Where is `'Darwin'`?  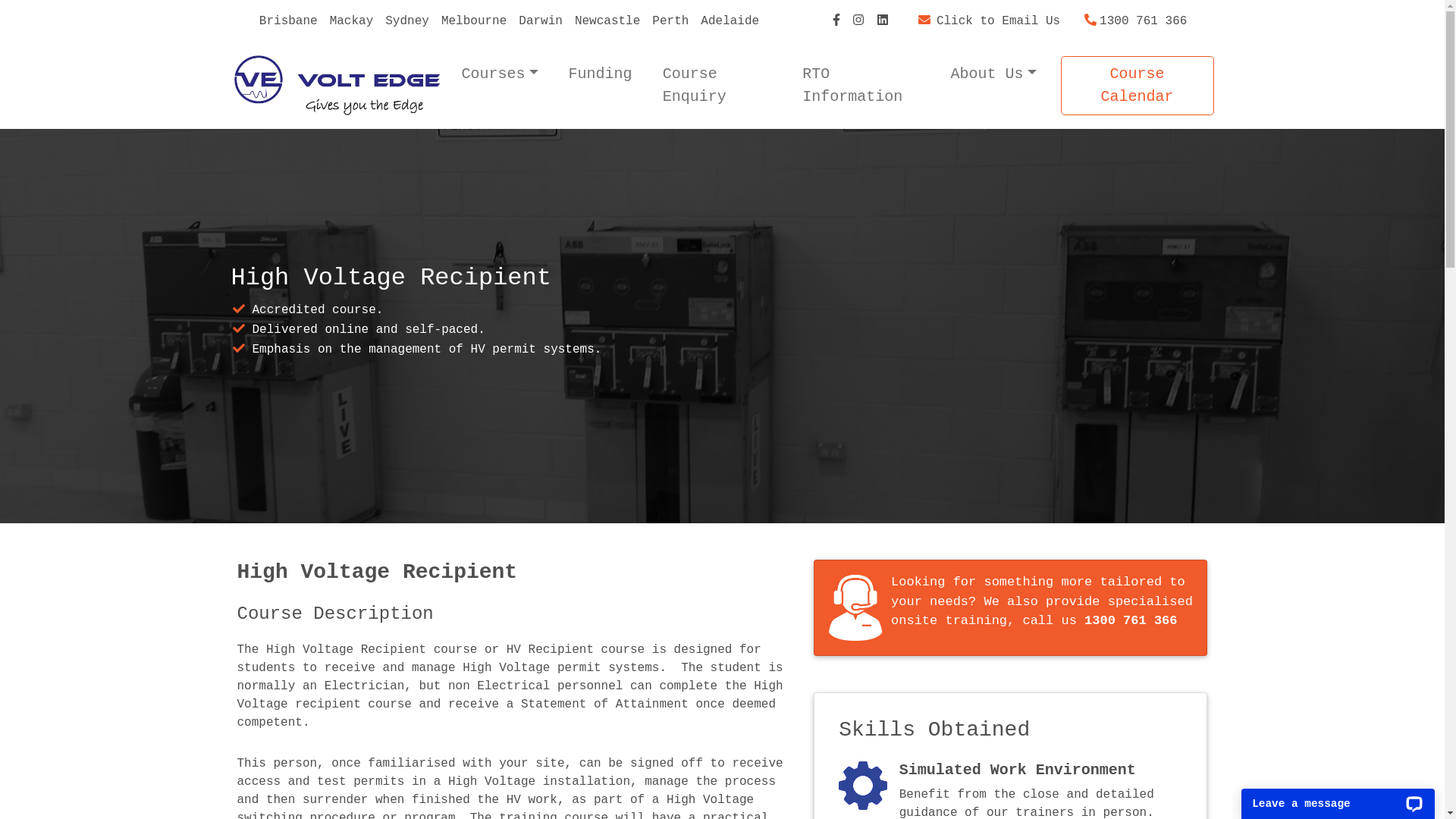
'Darwin' is located at coordinates (541, 20).